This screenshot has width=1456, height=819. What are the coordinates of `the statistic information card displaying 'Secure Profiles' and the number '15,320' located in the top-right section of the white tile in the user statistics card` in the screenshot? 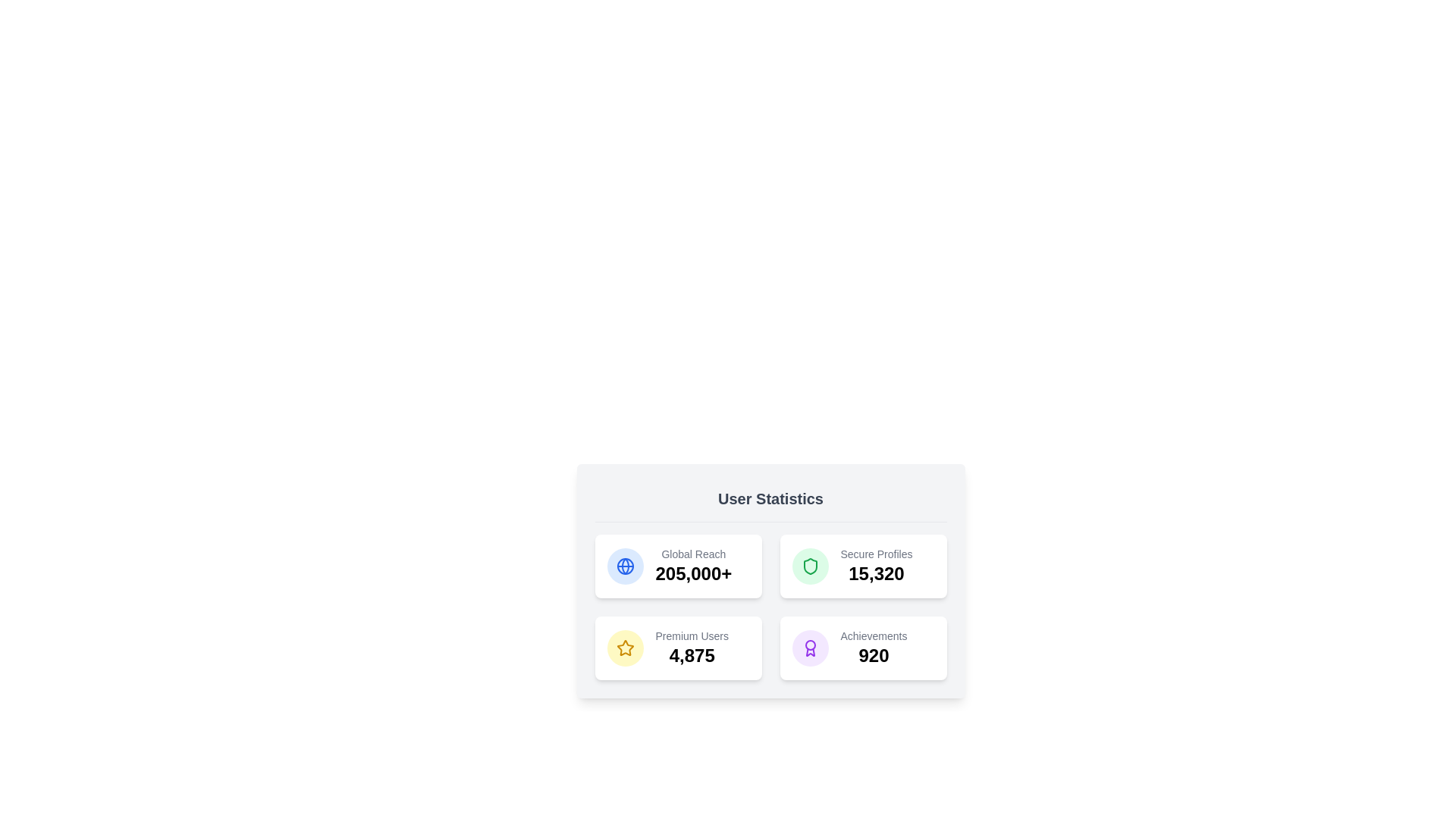 It's located at (877, 566).